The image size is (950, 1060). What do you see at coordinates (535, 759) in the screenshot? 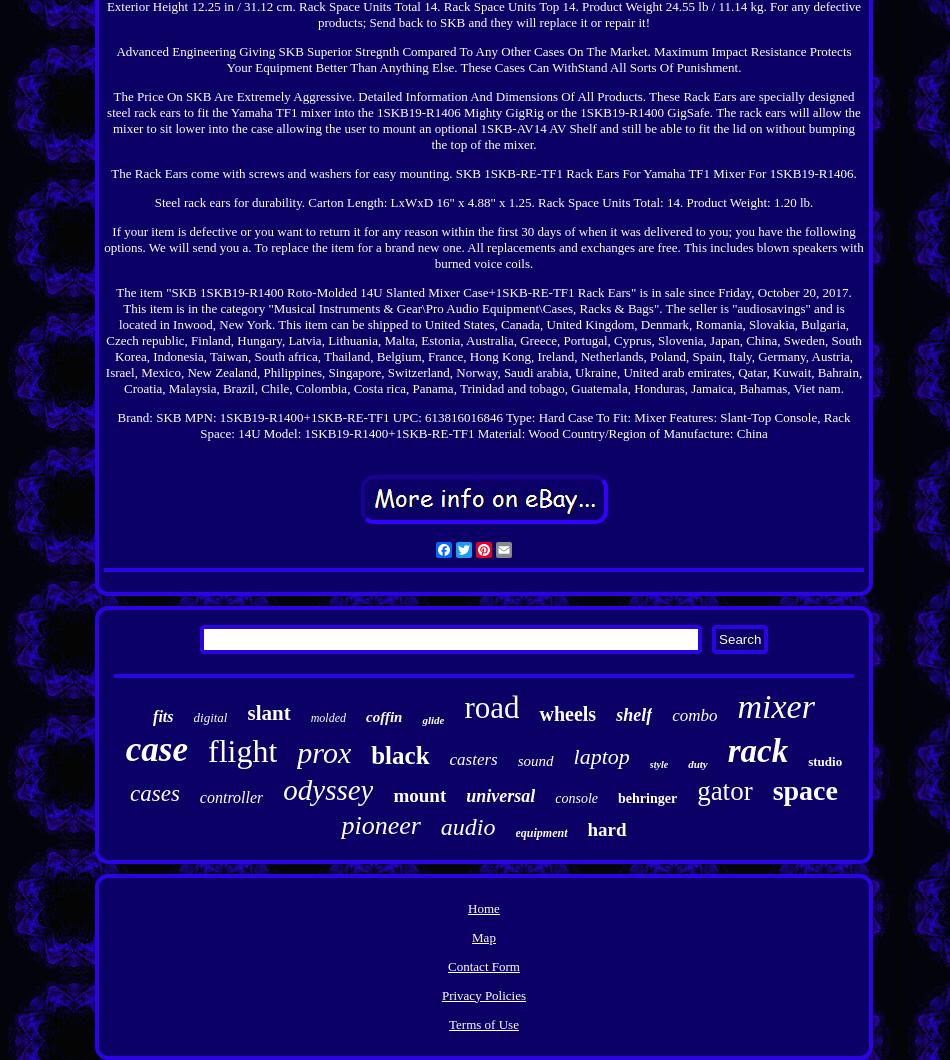
I see `'sound'` at bounding box center [535, 759].